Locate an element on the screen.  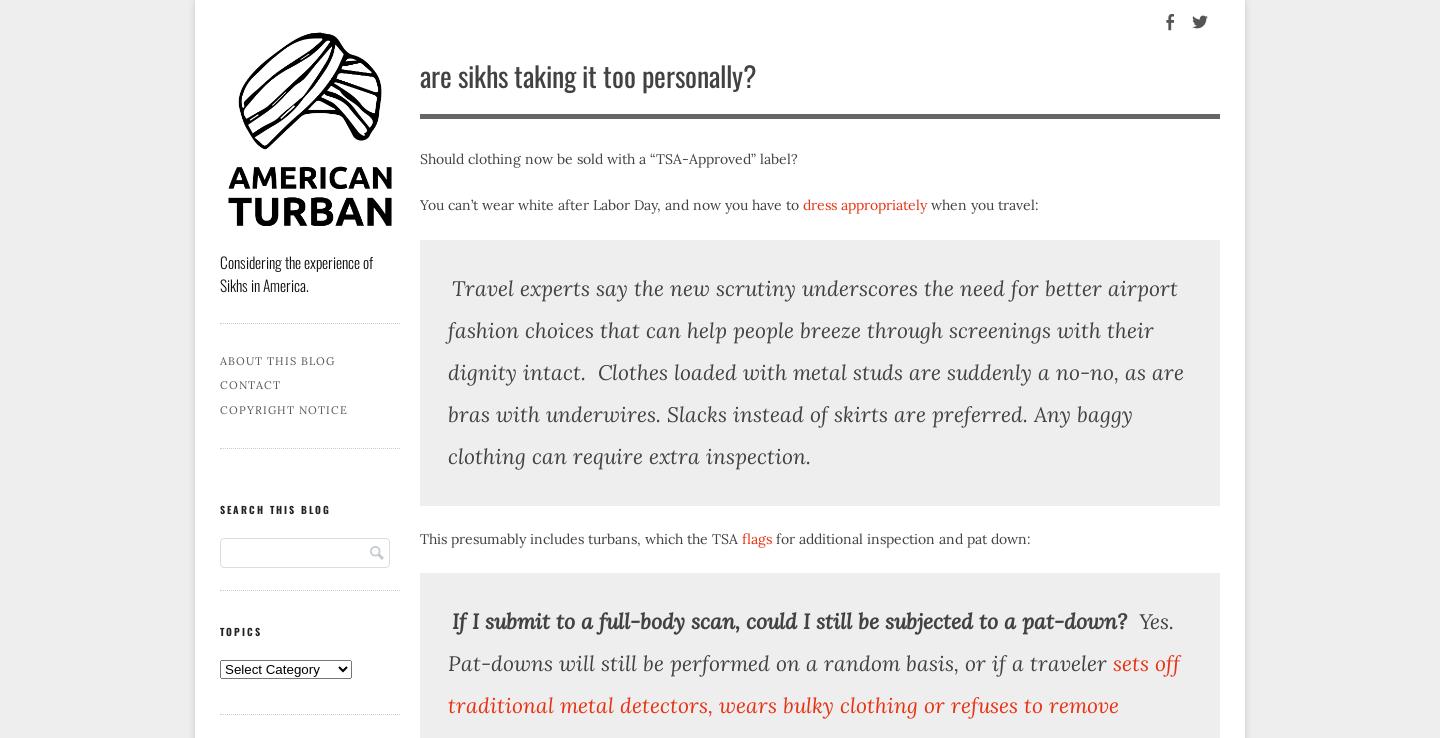
'dress appropriately' is located at coordinates (802, 205).